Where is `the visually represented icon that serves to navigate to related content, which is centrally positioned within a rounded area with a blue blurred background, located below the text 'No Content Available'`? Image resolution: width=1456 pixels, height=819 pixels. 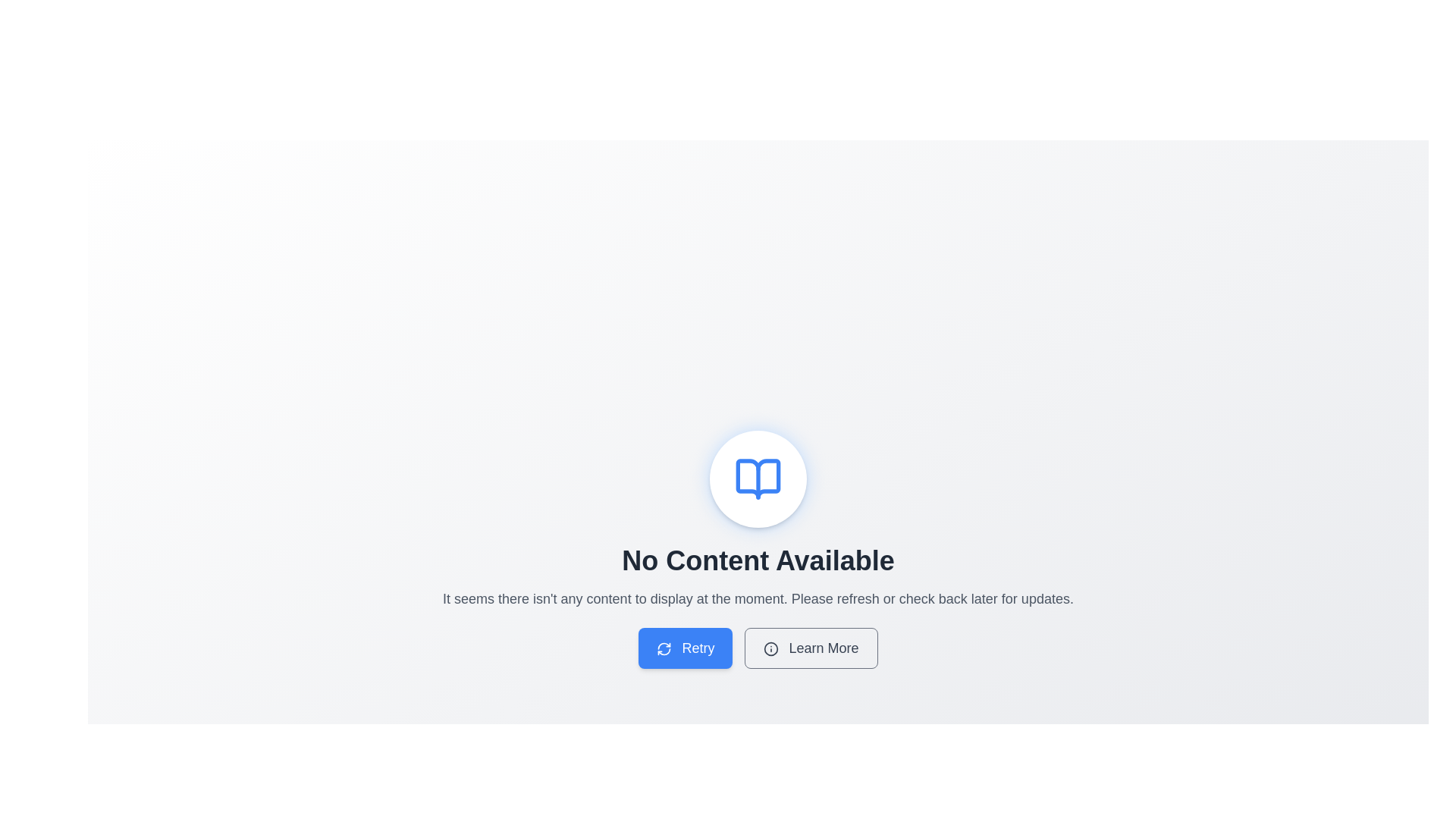
the visually represented icon that serves to navigate to related content, which is centrally positioned within a rounded area with a blue blurred background, located below the text 'No Content Available' is located at coordinates (758, 479).